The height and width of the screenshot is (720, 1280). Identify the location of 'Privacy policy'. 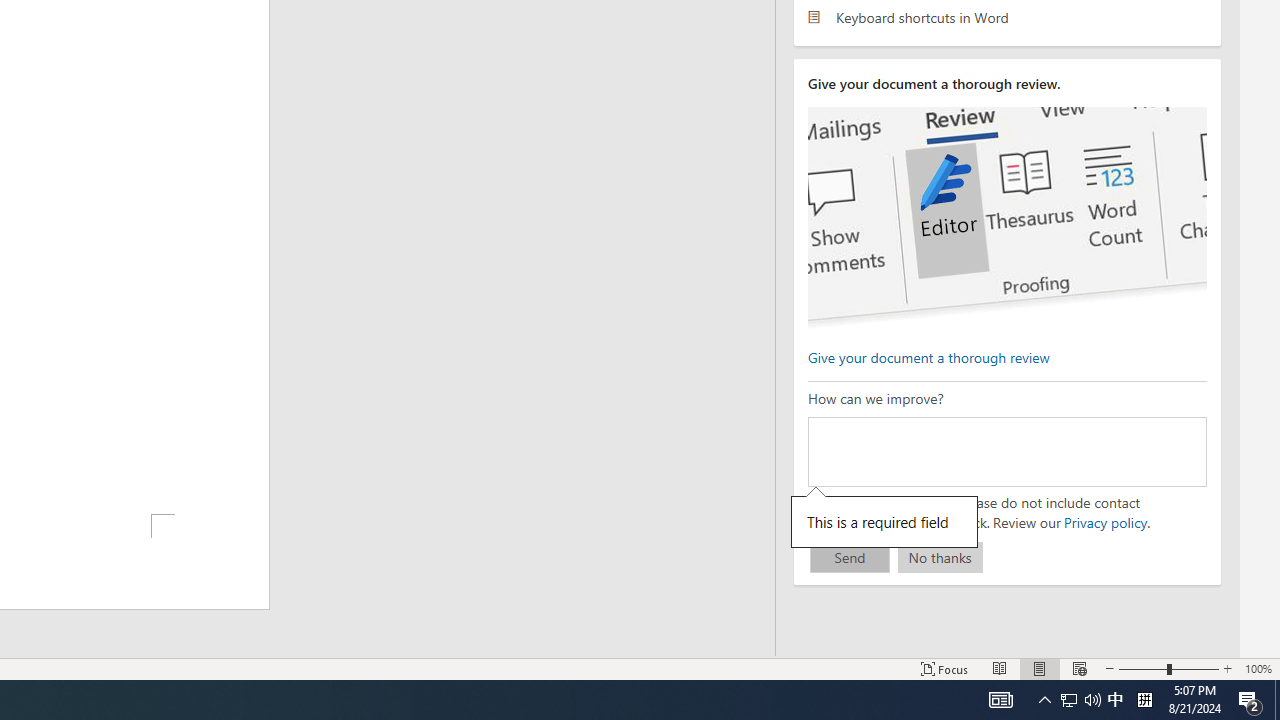
(1104, 521).